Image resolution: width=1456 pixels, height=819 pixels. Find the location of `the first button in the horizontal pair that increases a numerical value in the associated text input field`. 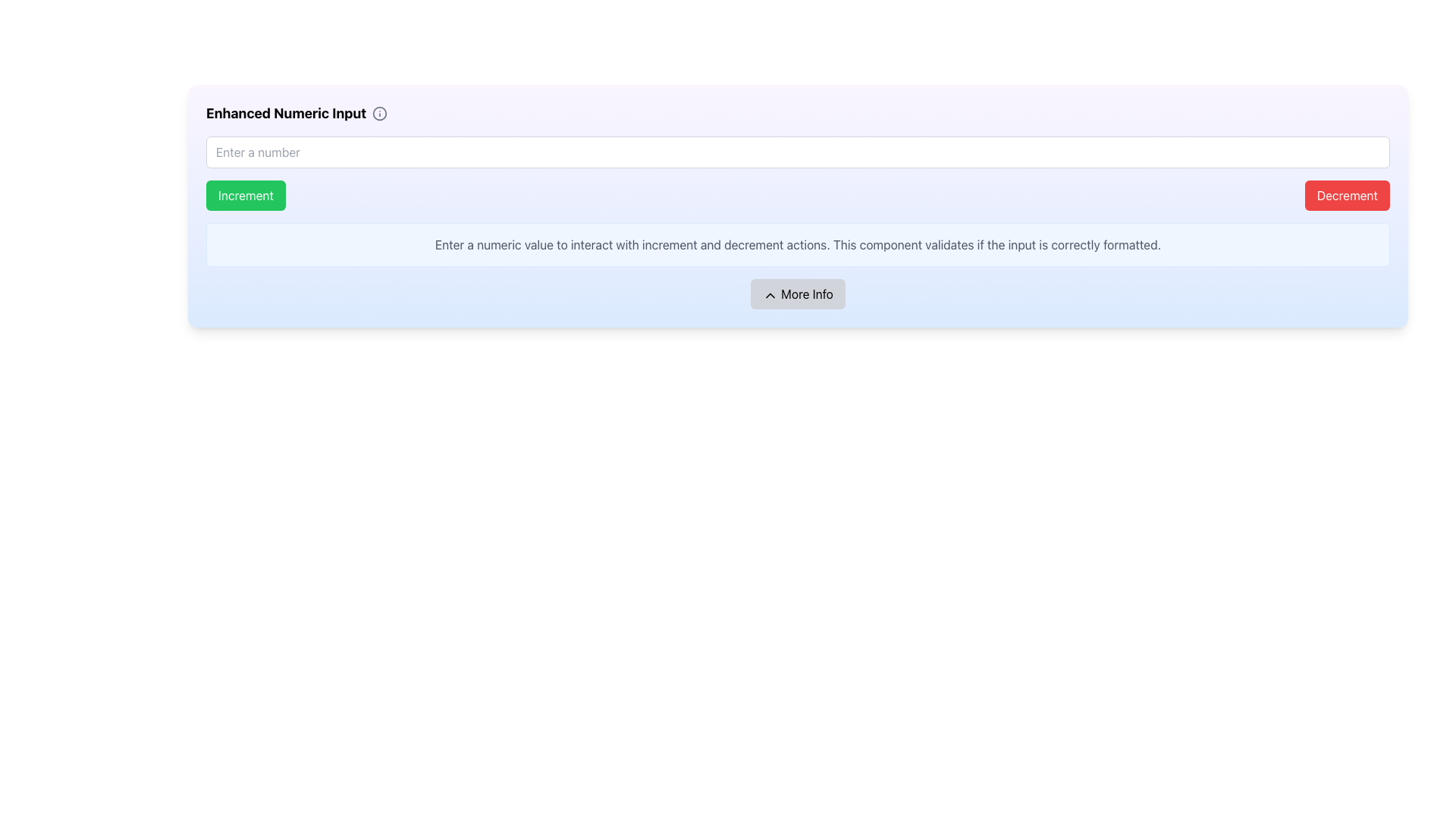

the first button in the horizontal pair that increases a numerical value in the associated text input field is located at coordinates (246, 195).